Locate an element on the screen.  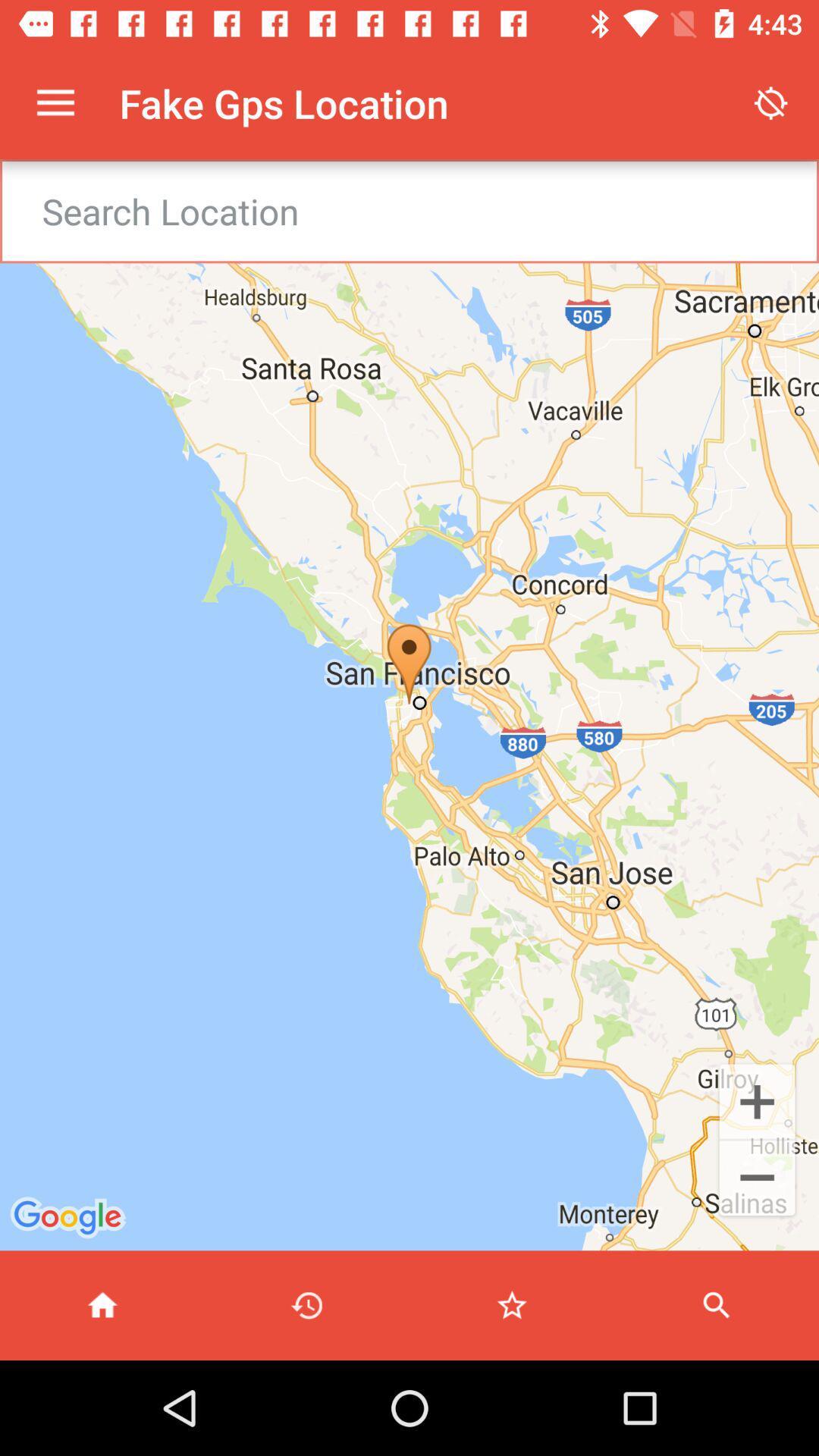
item next to fake gps location item is located at coordinates (55, 102).